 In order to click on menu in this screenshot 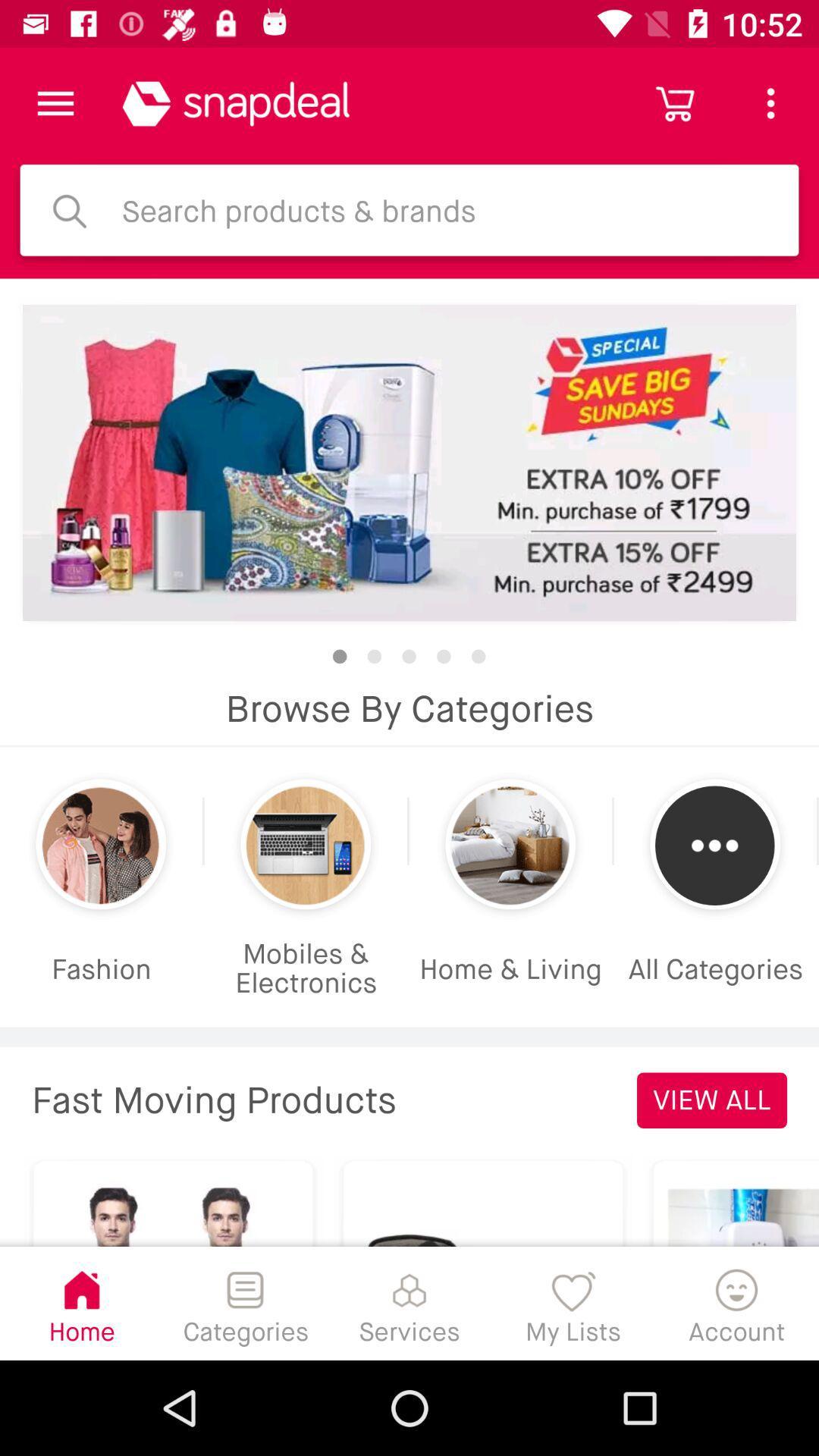, I will do `click(55, 102)`.